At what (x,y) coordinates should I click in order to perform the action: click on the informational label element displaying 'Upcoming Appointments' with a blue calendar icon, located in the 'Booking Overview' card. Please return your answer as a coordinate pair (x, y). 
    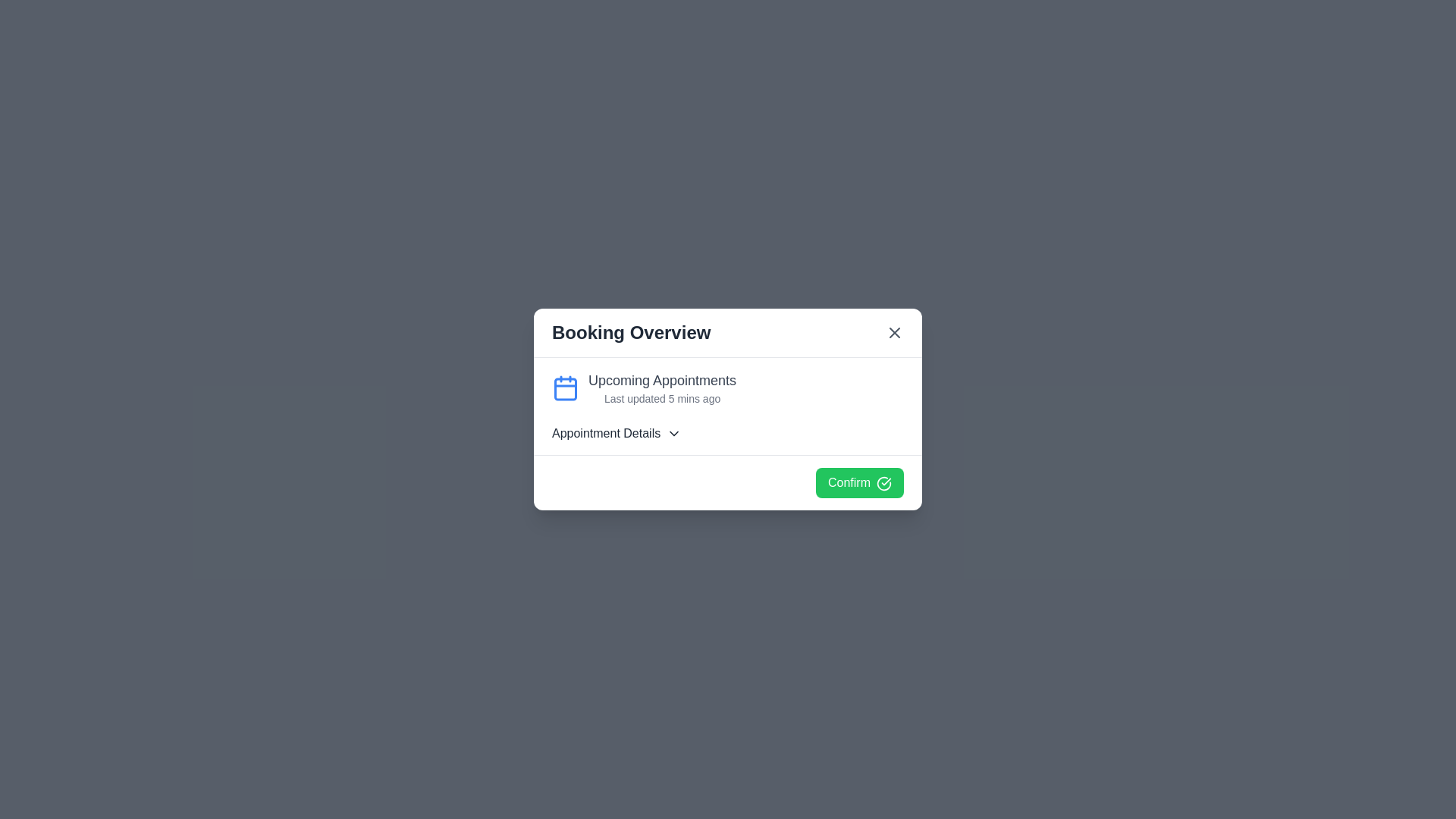
    Looking at the image, I should click on (728, 388).